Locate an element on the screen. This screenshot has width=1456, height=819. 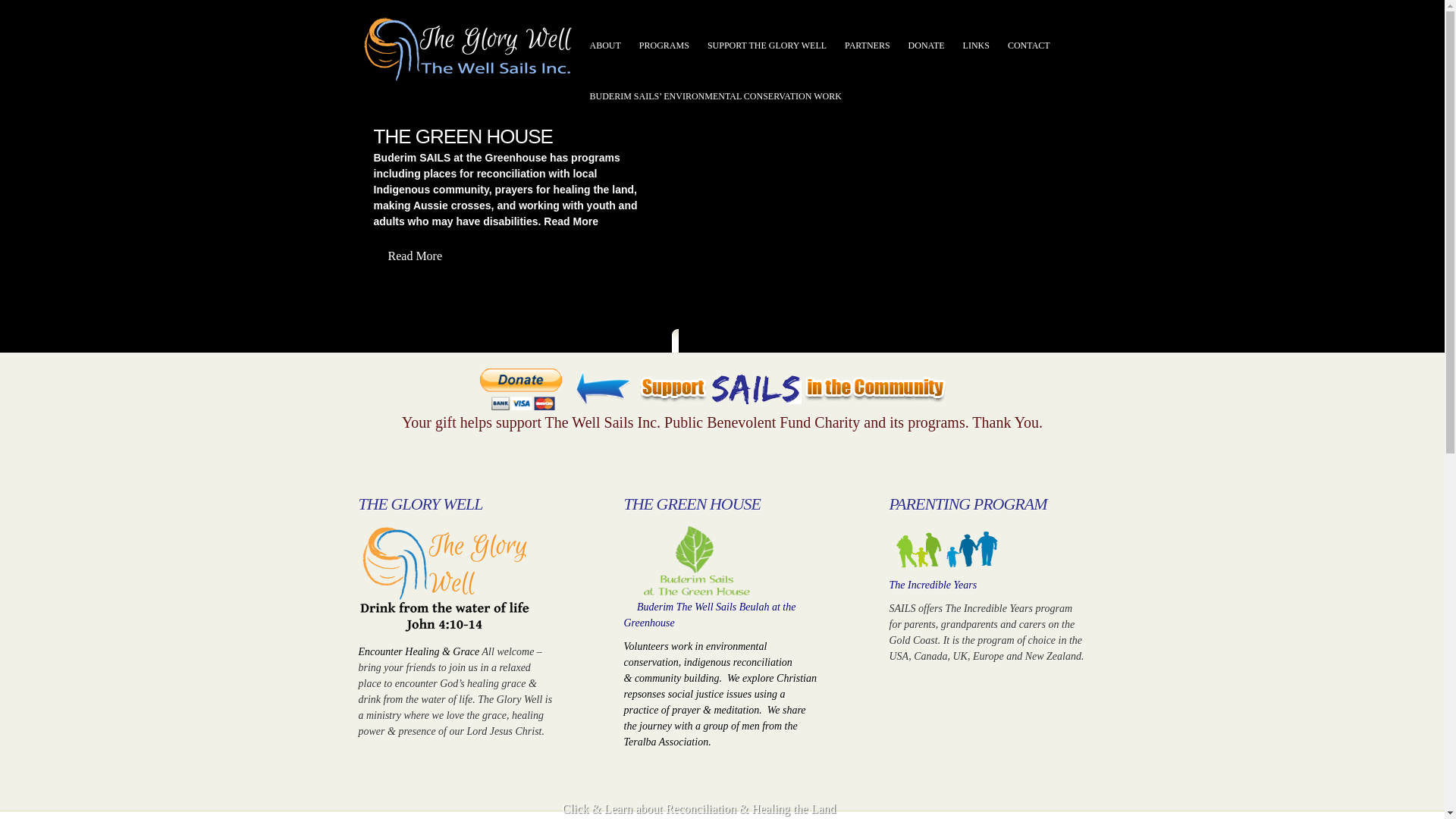
'4' is located at coordinates (736, 343).